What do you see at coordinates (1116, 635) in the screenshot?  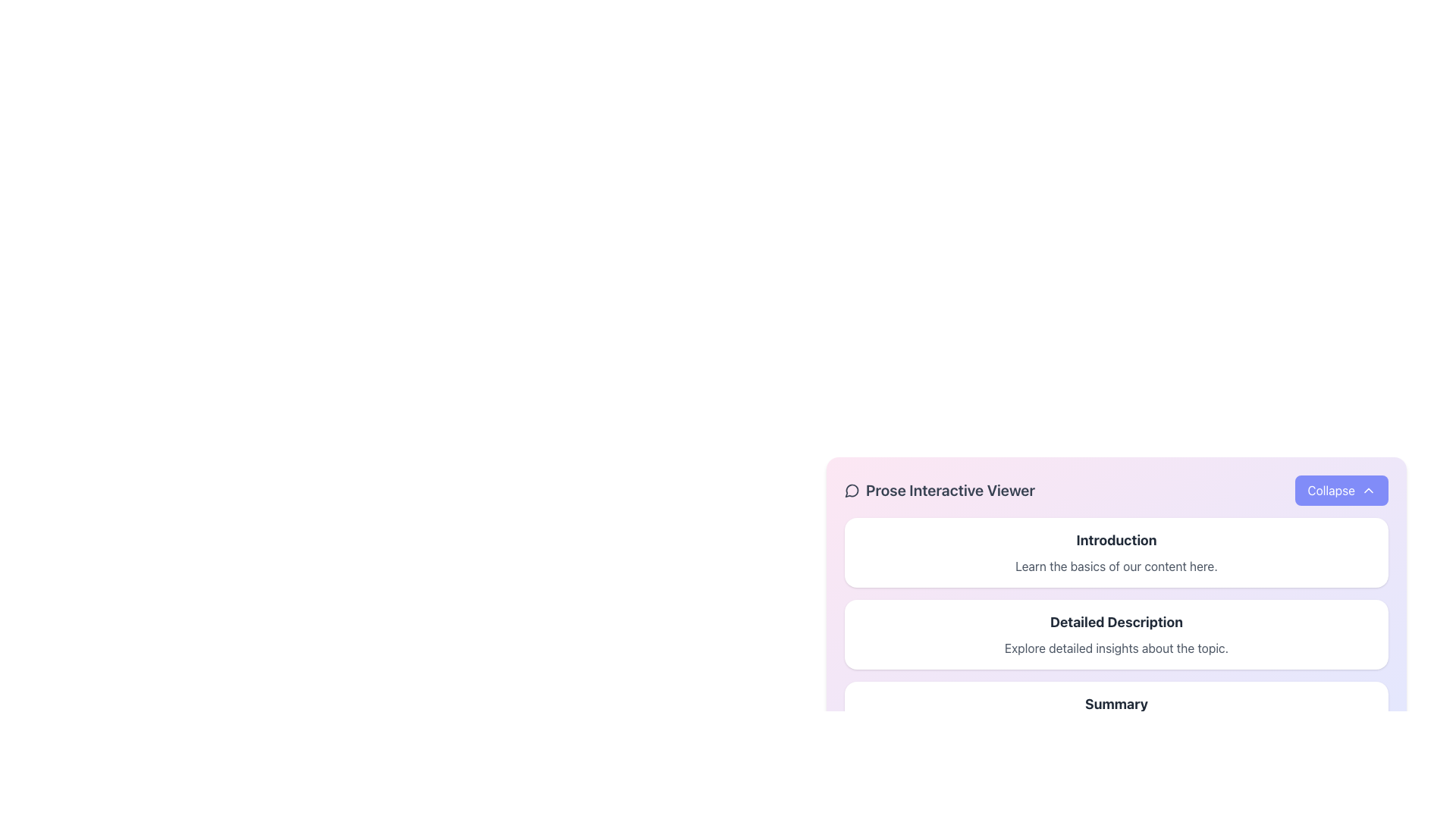 I see `the 'Detailed Description' content block, which is the second section among three major content blocks, featuring a title in bold and a description in smaller gray text` at bounding box center [1116, 635].